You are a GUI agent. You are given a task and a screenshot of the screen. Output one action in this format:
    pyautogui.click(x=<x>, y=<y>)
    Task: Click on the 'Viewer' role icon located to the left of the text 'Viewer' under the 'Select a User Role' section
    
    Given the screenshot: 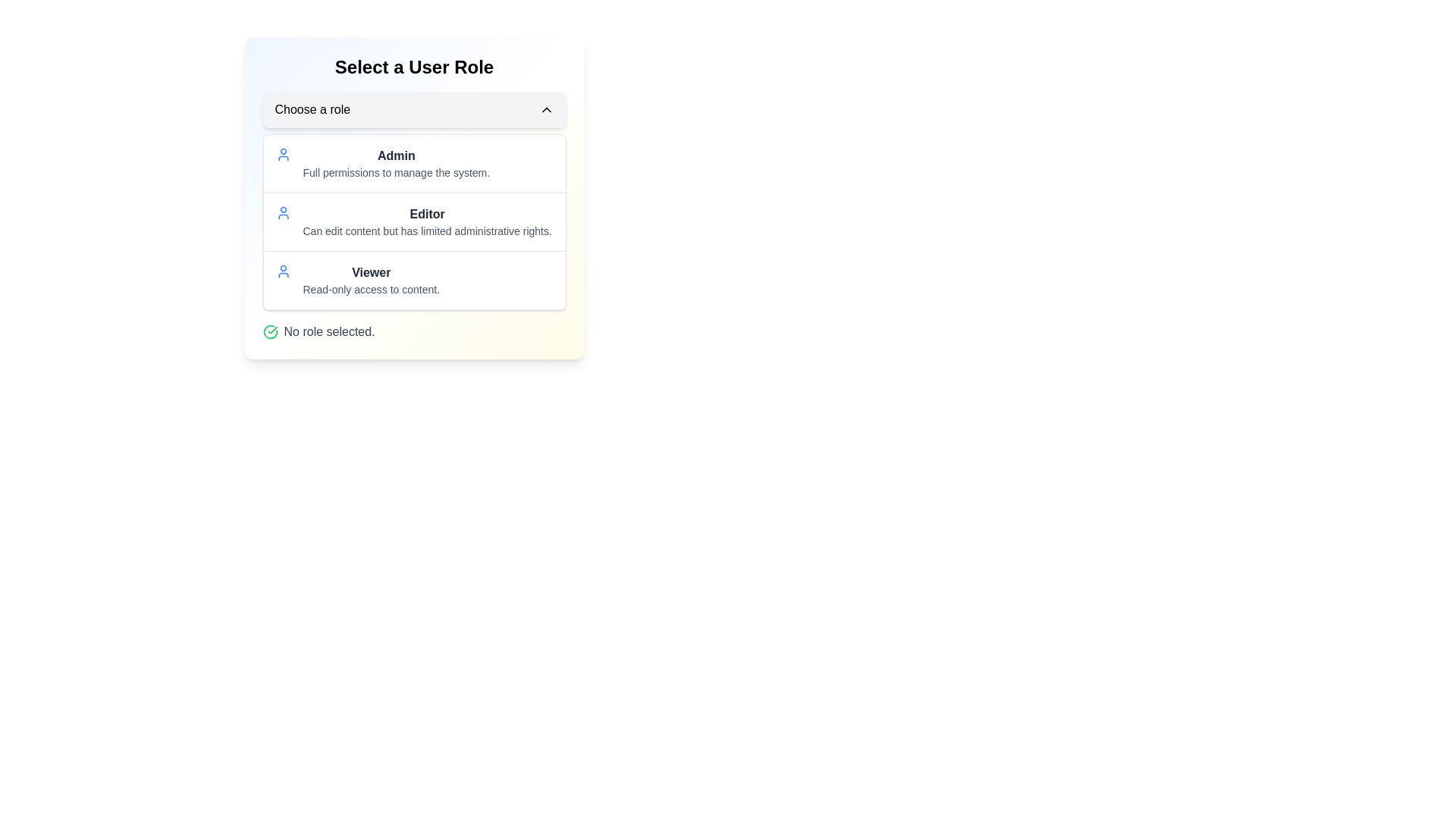 What is the action you would take?
    pyautogui.click(x=283, y=271)
    